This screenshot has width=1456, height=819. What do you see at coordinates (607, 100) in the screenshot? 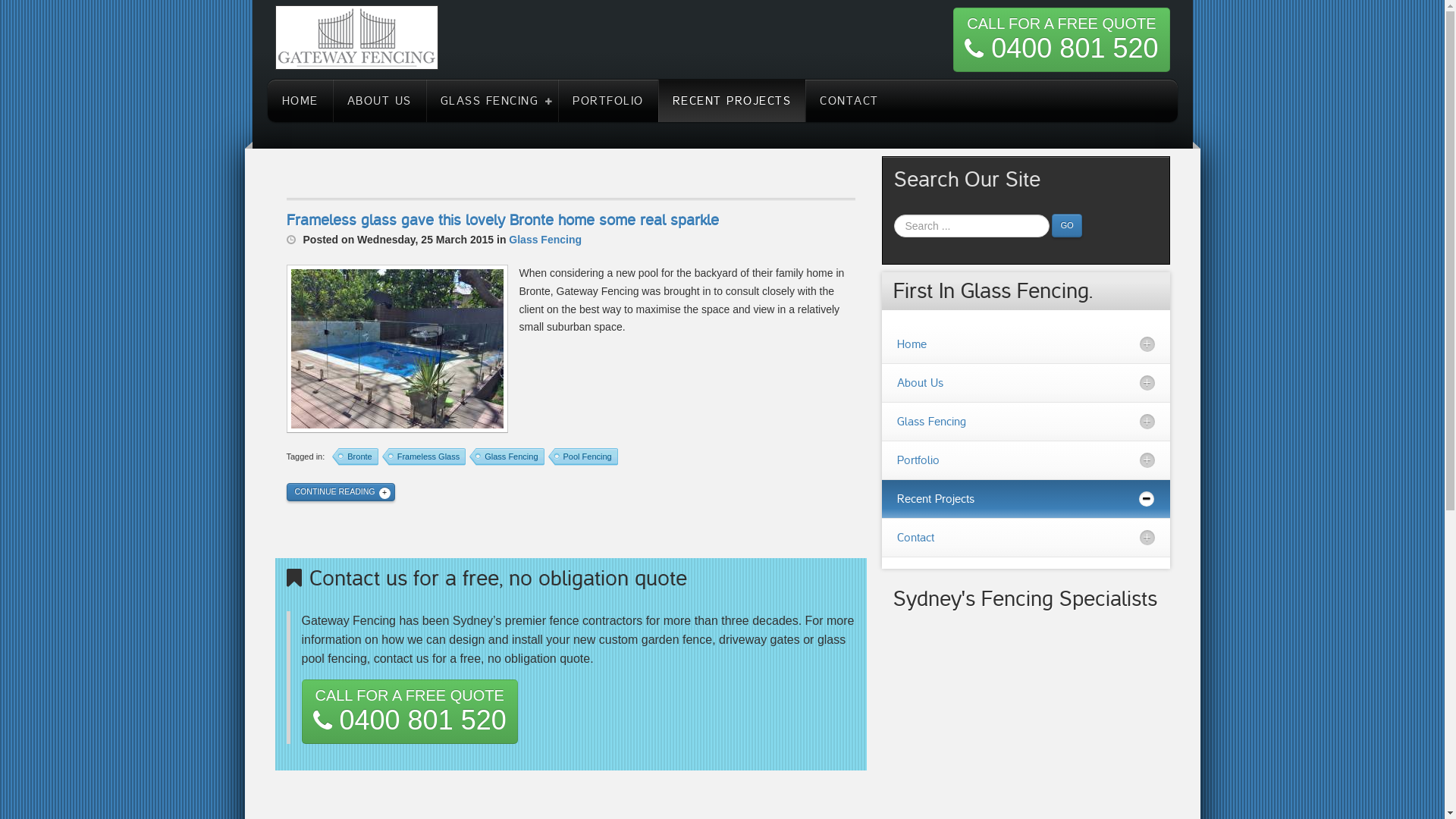
I see `'PORTFOLIO'` at bounding box center [607, 100].